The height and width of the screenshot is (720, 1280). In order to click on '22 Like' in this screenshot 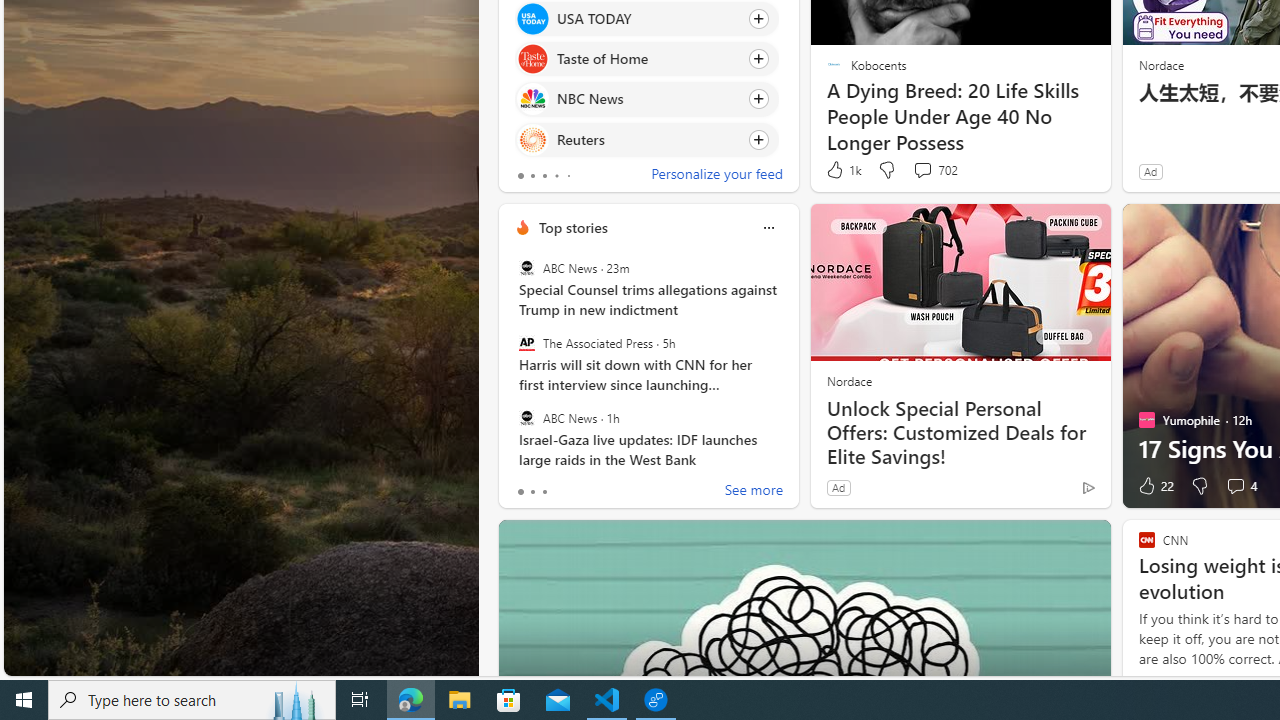, I will do `click(1154, 486)`.